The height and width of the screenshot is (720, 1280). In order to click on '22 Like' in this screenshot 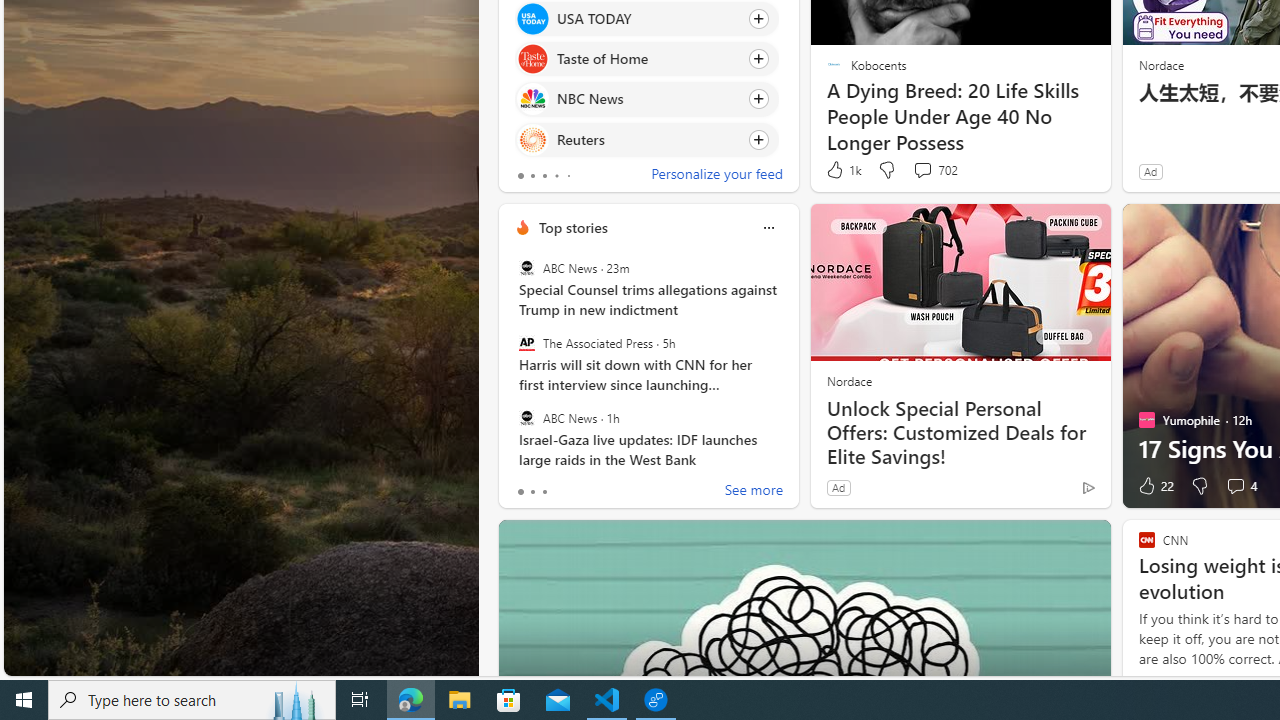, I will do `click(1154, 486)`.